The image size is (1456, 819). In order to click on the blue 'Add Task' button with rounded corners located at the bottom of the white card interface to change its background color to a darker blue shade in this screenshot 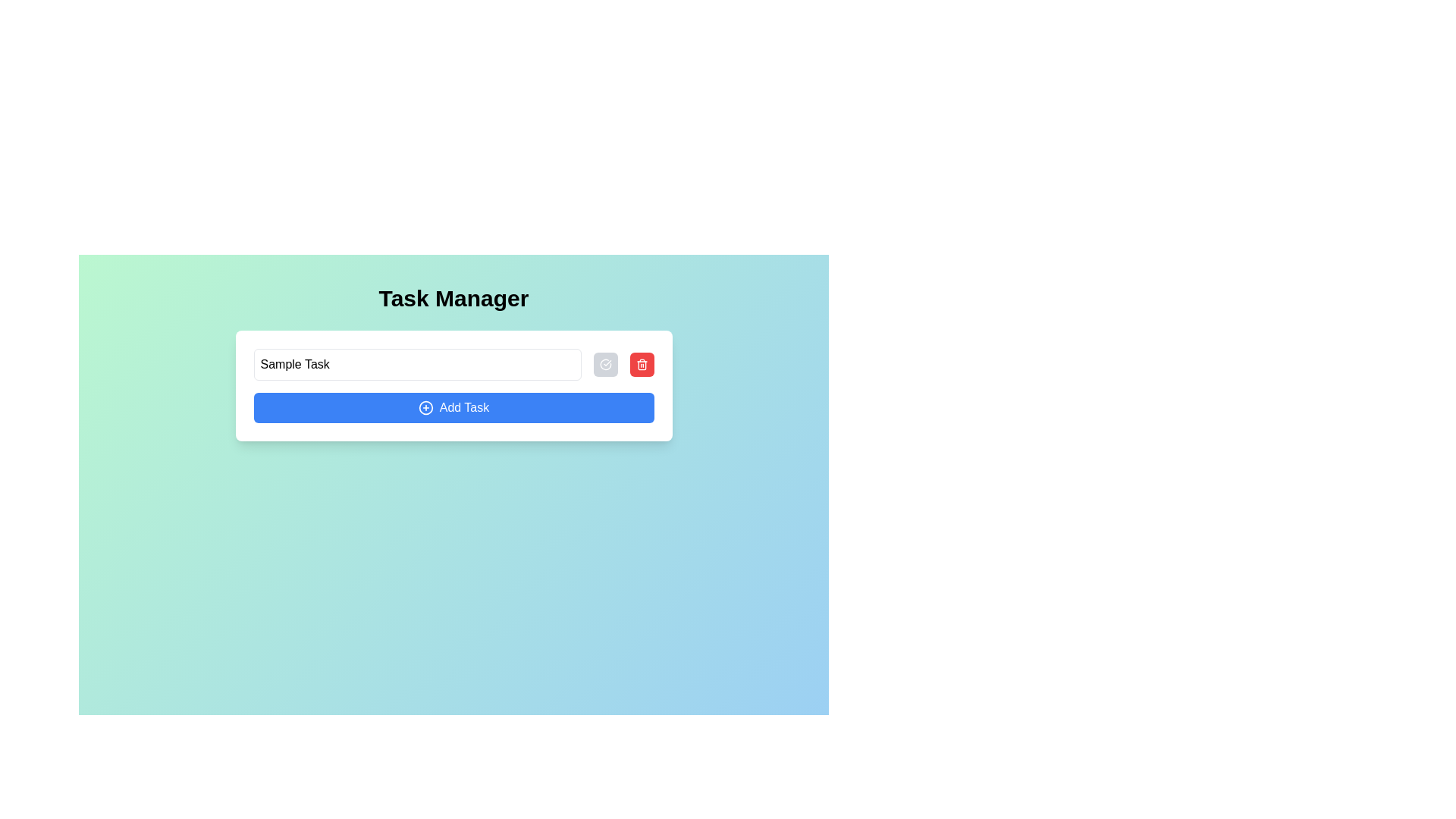, I will do `click(453, 385)`.